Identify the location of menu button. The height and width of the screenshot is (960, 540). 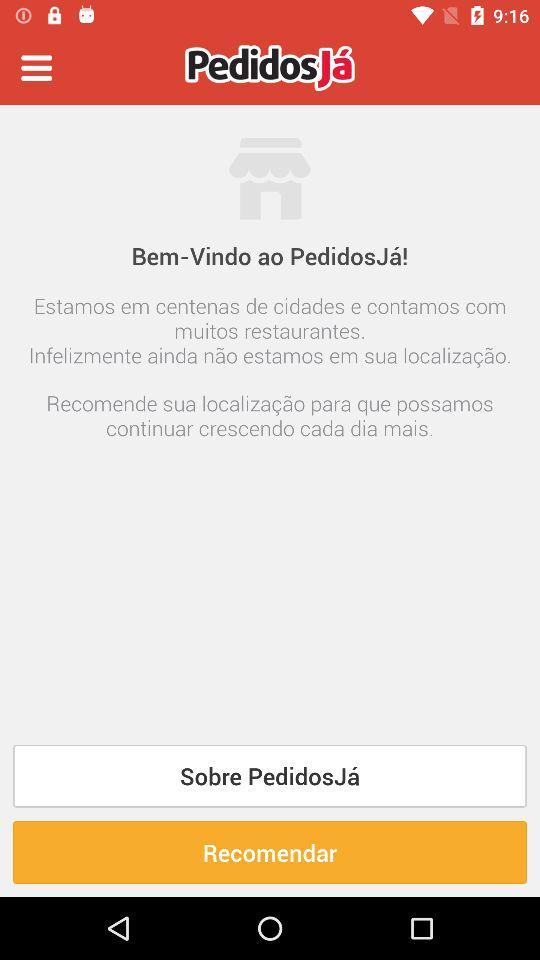
(36, 68).